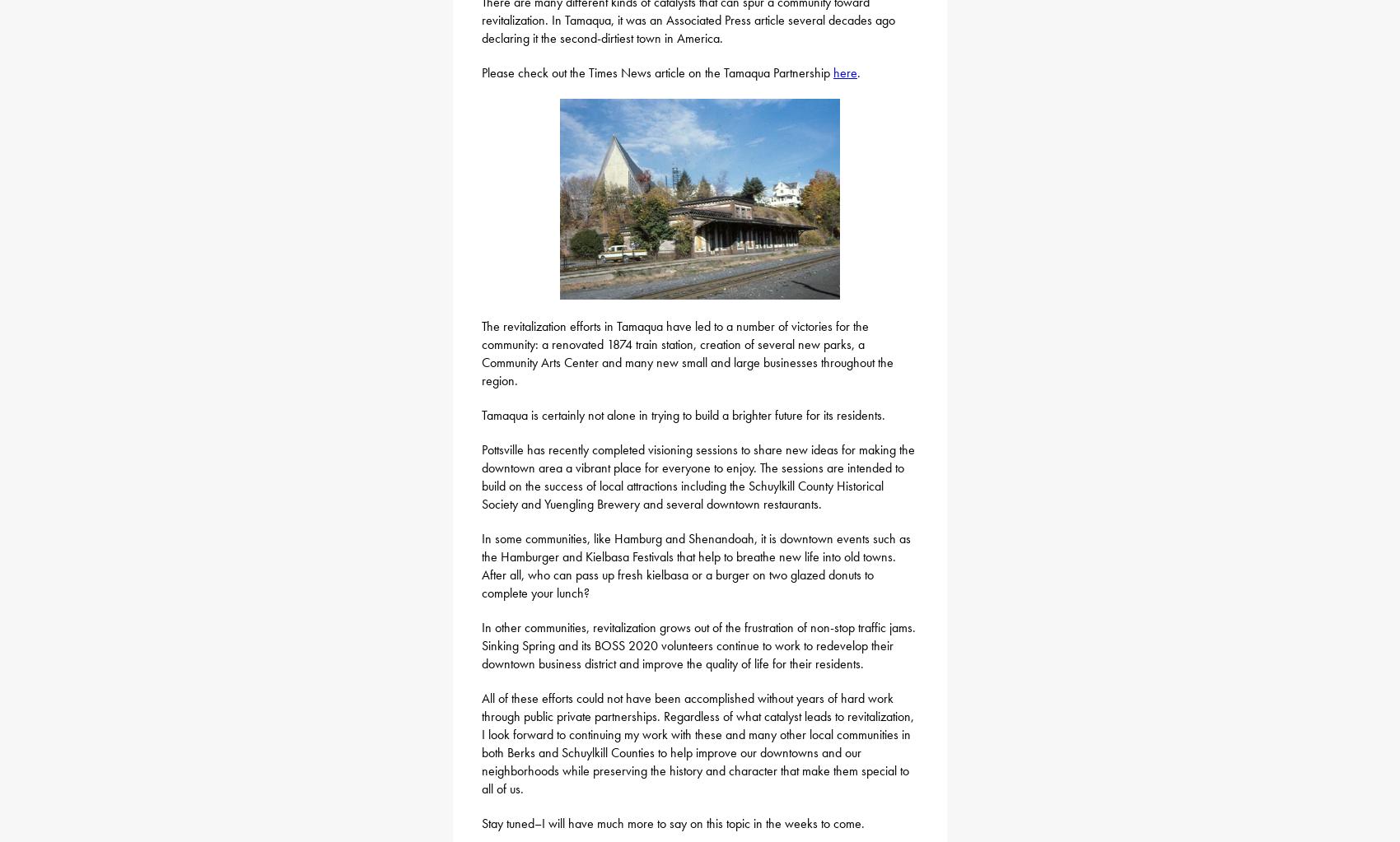  Describe the element at coordinates (698, 644) in the screenshot. I see `'In other communities, revitalization grows out of the frustration of non-stop traffic jams. Sinking Spring and its BOSS 2020 volunteers continue to work to redevelop their downtown business district and improve the quality of life for their residents.'` at that location.